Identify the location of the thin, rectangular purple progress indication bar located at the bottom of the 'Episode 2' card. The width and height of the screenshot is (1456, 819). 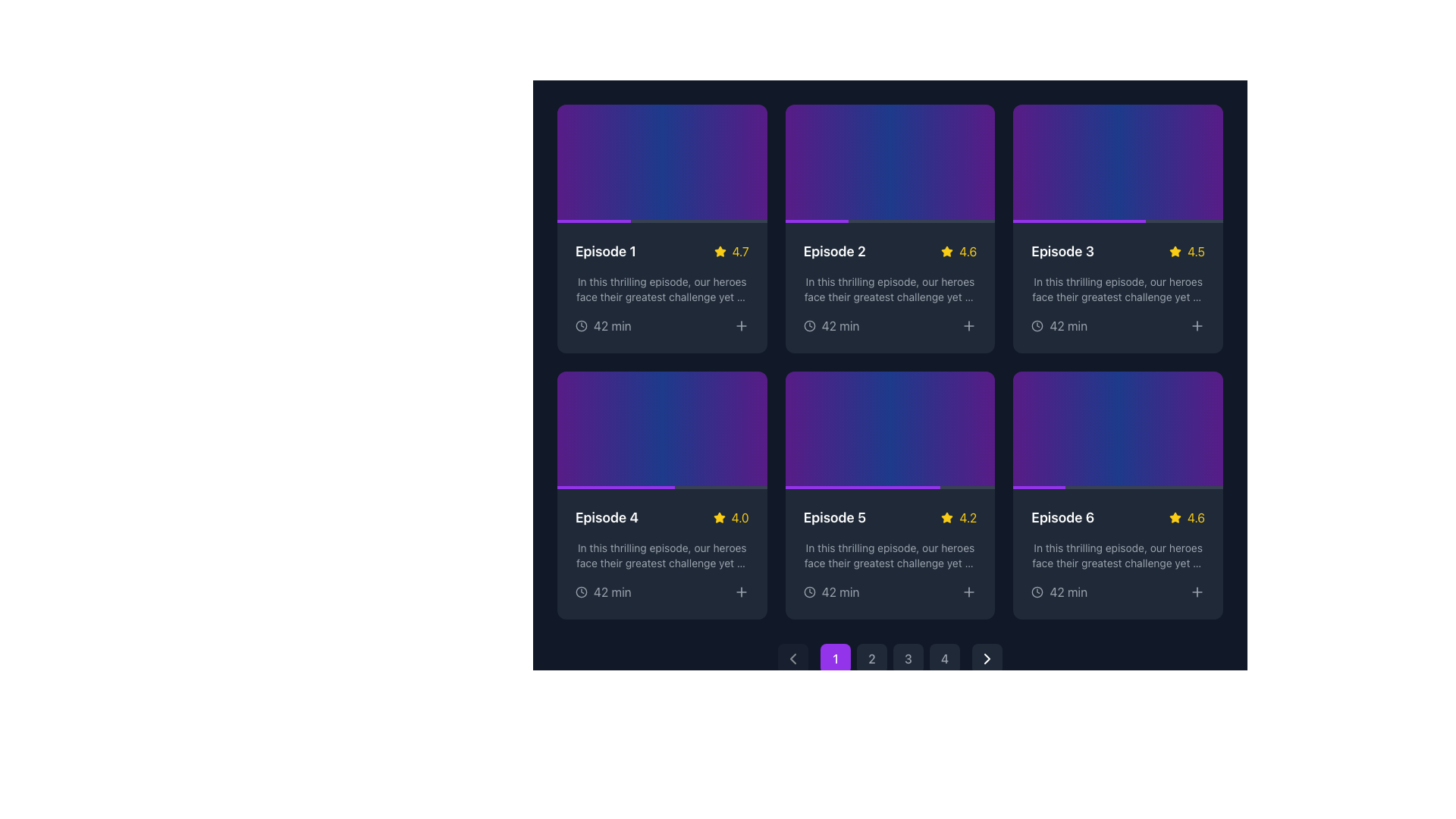
(816, 221).